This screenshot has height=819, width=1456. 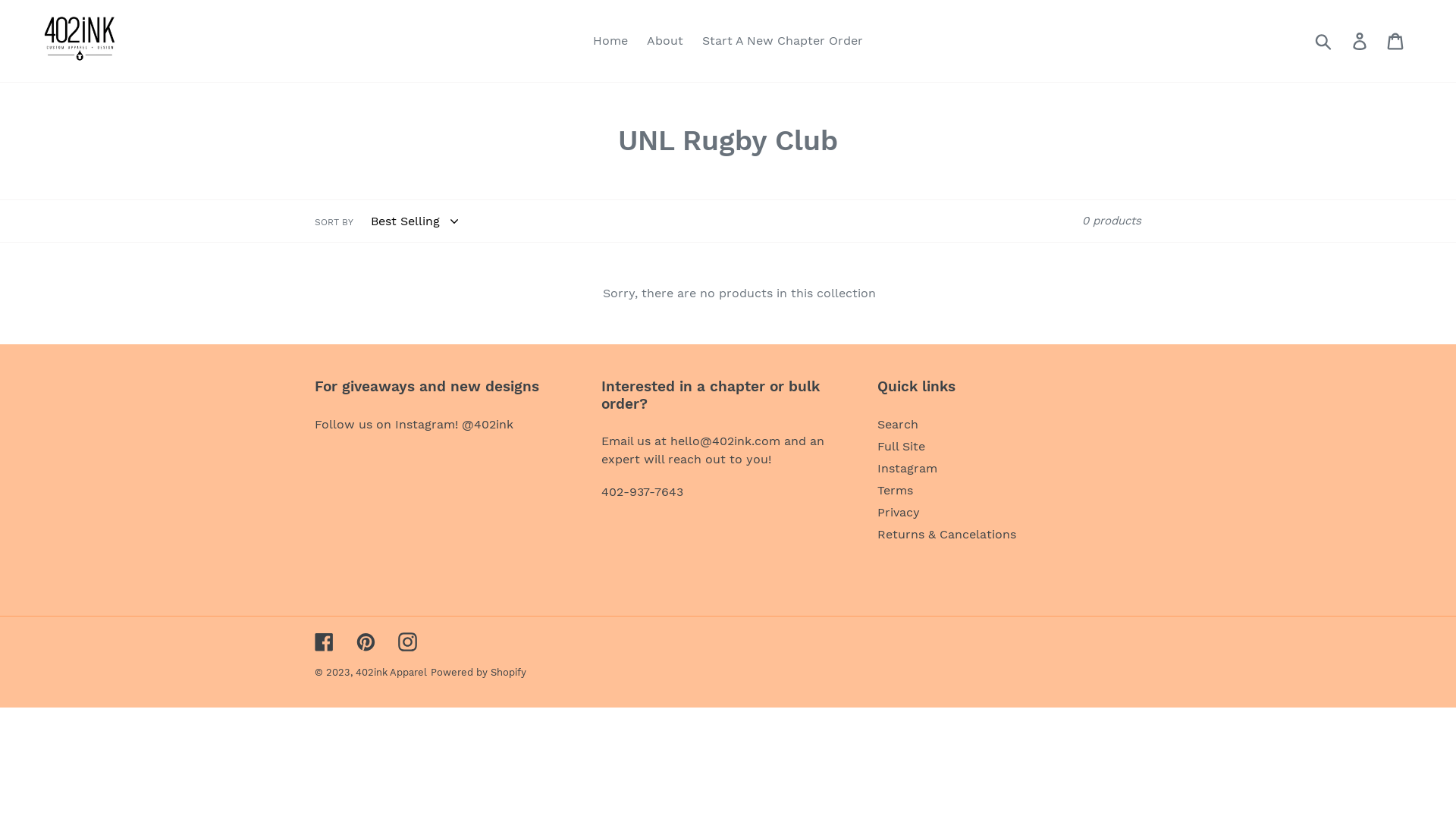 What do you see at coordinates (1305, 40) in the screenshot?
I see `'Submit'` at bounding box center [1305, 40].